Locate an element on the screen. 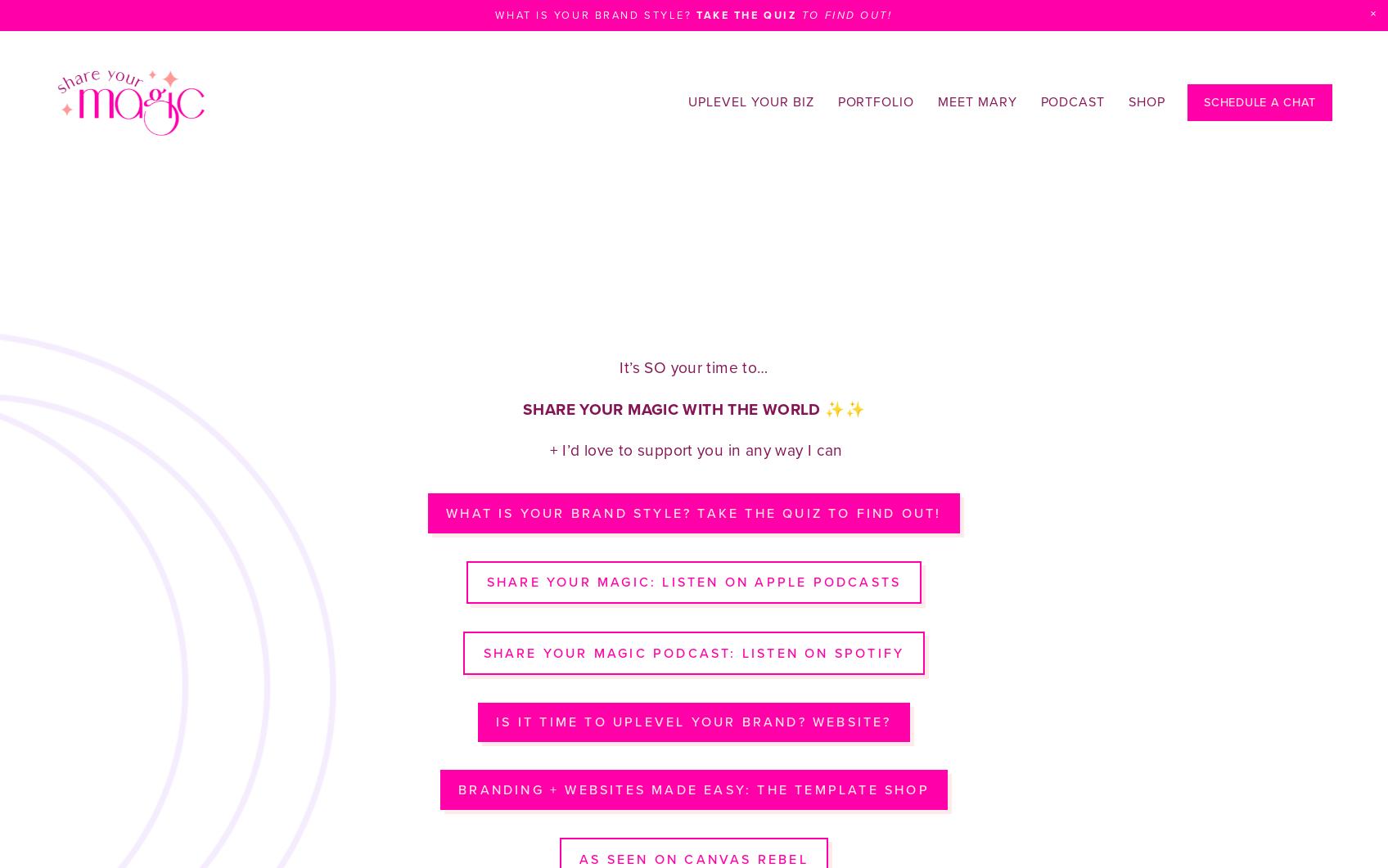 This screenshot has width=1388, height=868. 'Website Design for Therapists, Psychologists, Wellness Brands' is located at coordinates (429, 150).